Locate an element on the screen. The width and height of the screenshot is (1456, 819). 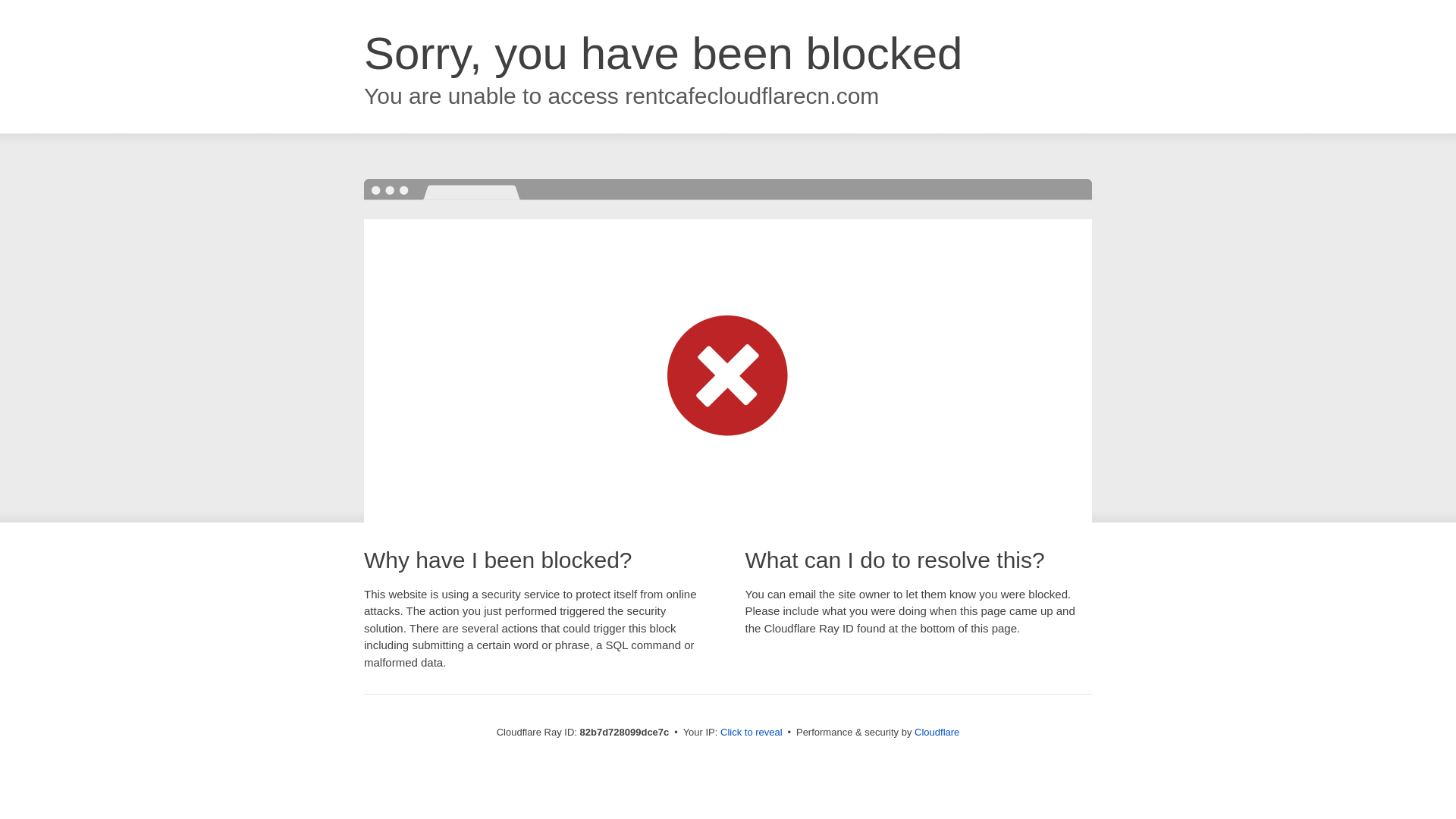
'Click to reveal' is located at coordinates (751, 731).